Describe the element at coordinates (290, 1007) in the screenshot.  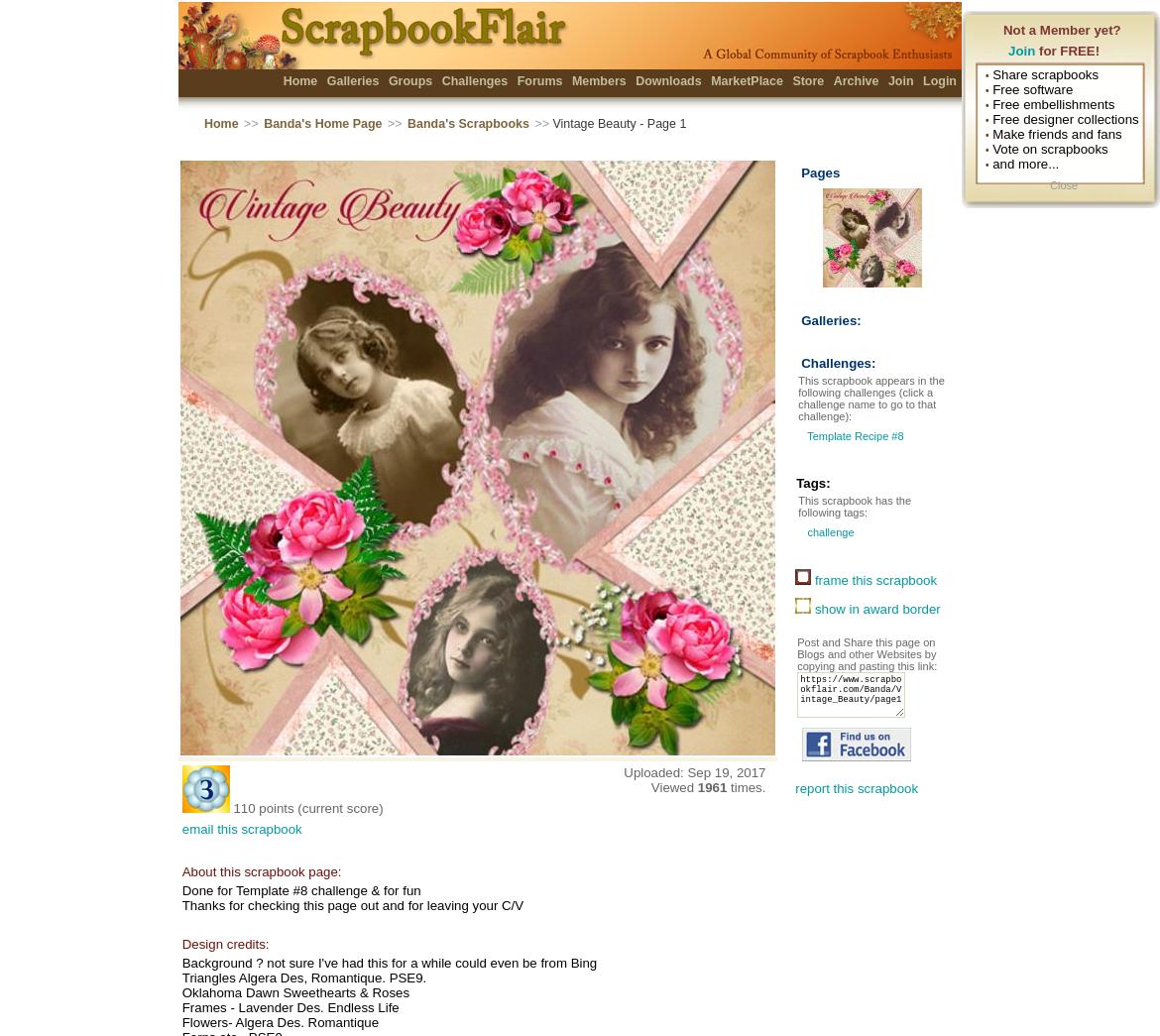
I see `'Frames - Lavender Des.  Endless Life'` at that location.